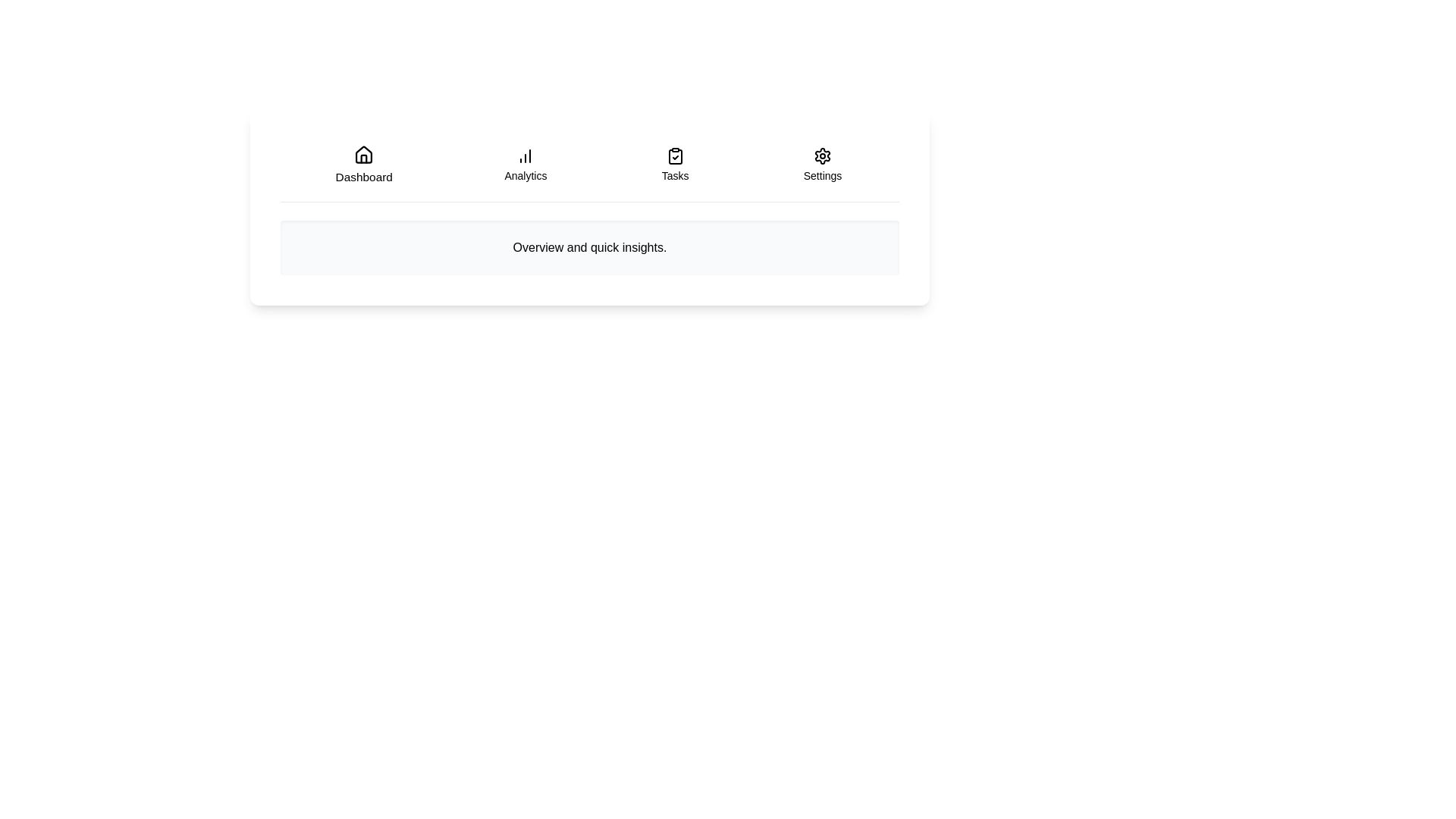 Image resolution: width=1456 pixels, height=819 pixels. What do you see at coordinates (362, 155) in the screenshot?
I see `the 'Dashboard' icon located in the top-left corner of the navigation bar, which visually represents the 'Dashboard' section` at bounding box center [362, 155].